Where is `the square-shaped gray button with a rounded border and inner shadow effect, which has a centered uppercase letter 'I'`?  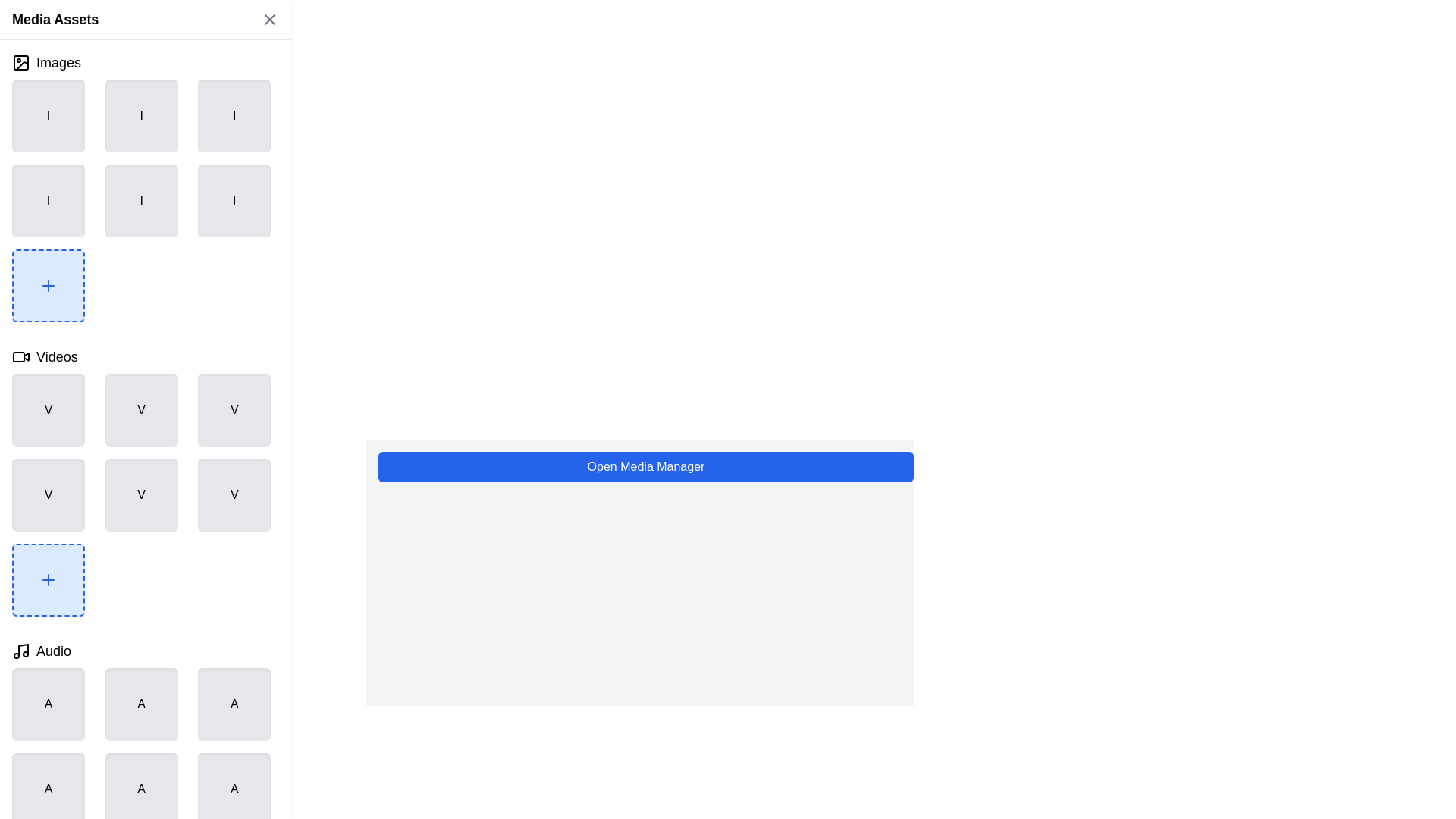 the square-shaped gray button with a rounded border and inner shadow effect, which has a centered uppercase letter 'I' is located at coordinates (48, 115).